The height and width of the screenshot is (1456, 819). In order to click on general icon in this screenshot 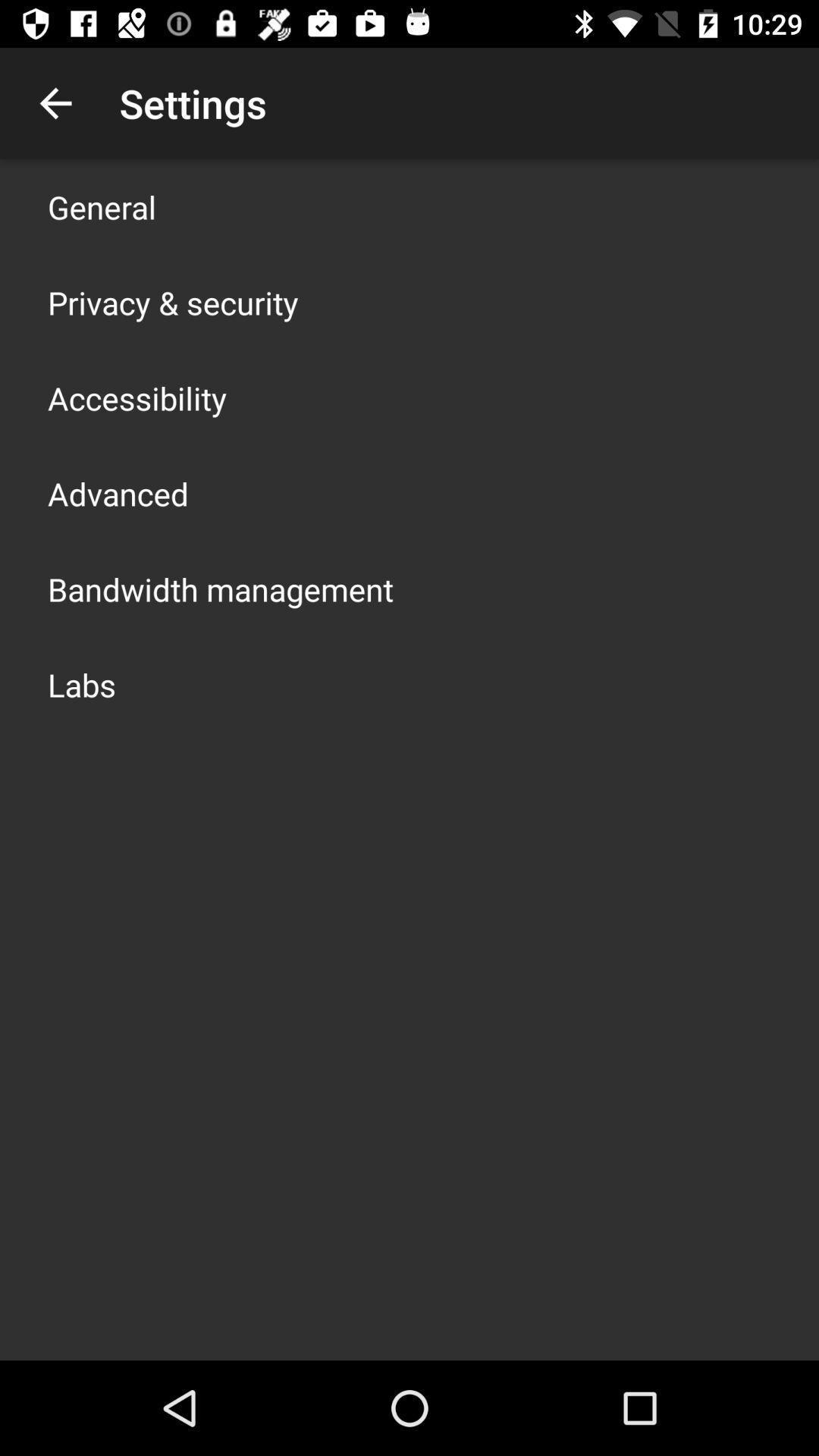, I will do `click(102, 206)`.